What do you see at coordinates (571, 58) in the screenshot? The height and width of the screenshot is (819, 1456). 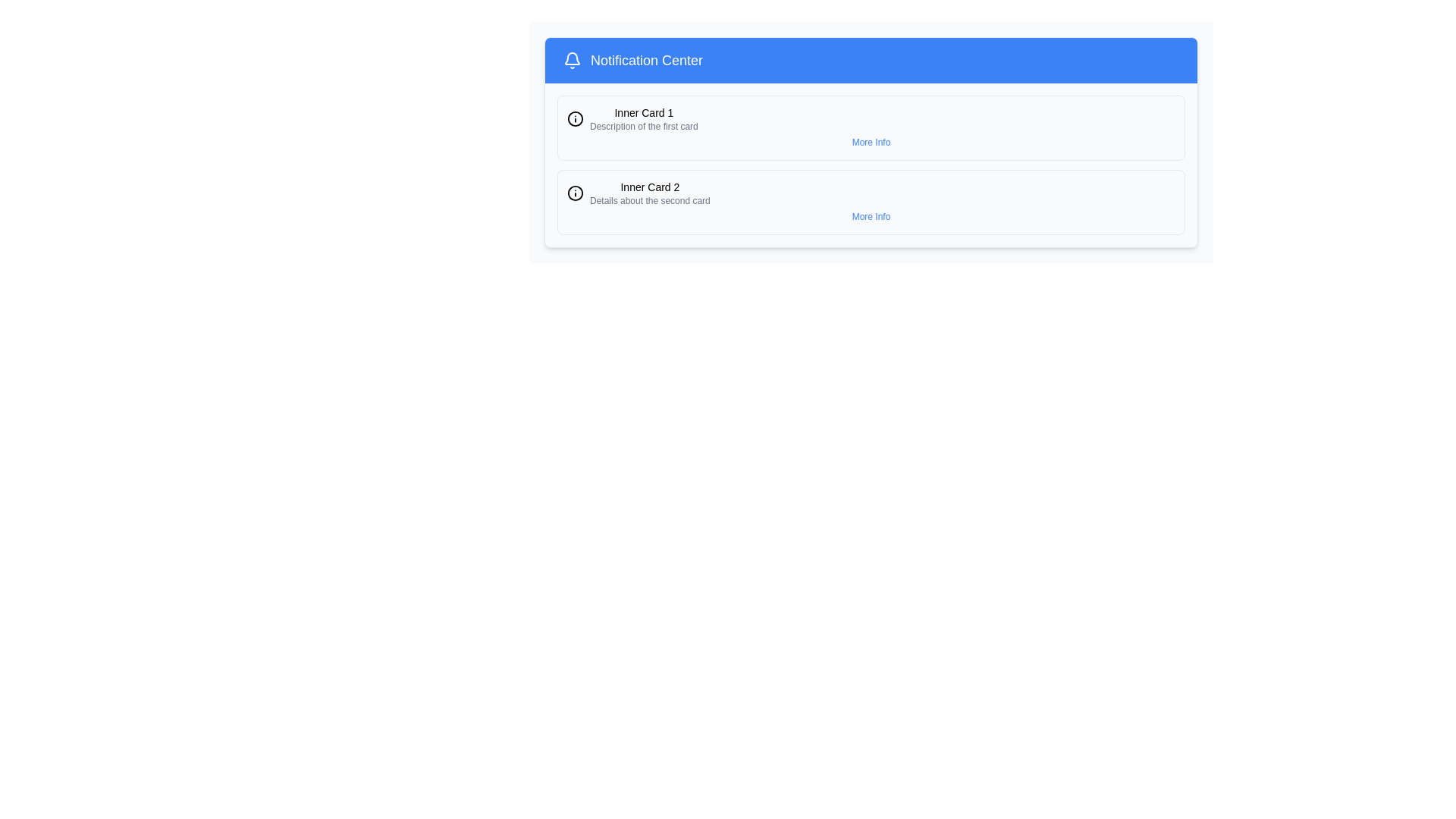 I see `the bell icon in the notification interface, located to the left of the 'Notification Center' text in the header section` at bounding box center [571, 58].